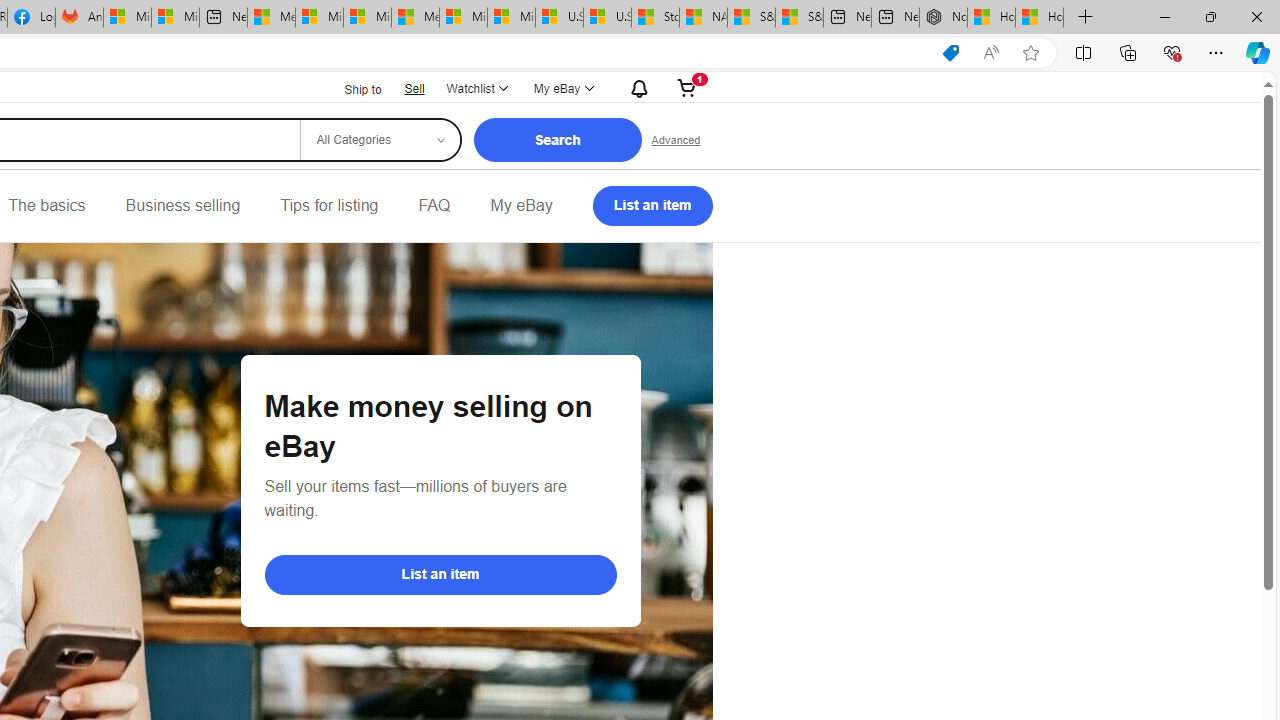 This screenshot has width=1280, height=720. I want to click on 'Sell', so click(413, 86).